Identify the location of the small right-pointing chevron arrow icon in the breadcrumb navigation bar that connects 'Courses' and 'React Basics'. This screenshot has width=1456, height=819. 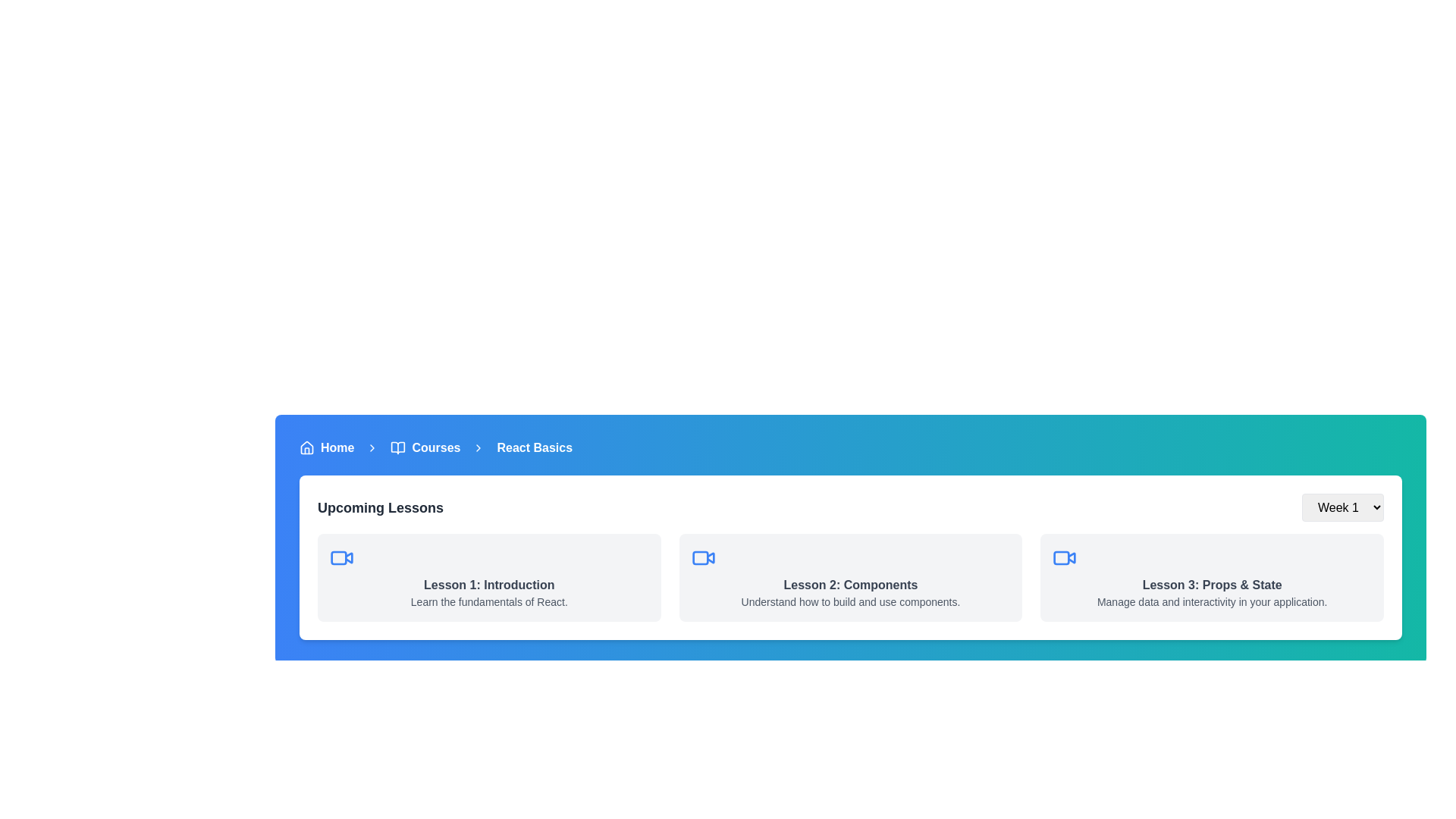
(478, 447).